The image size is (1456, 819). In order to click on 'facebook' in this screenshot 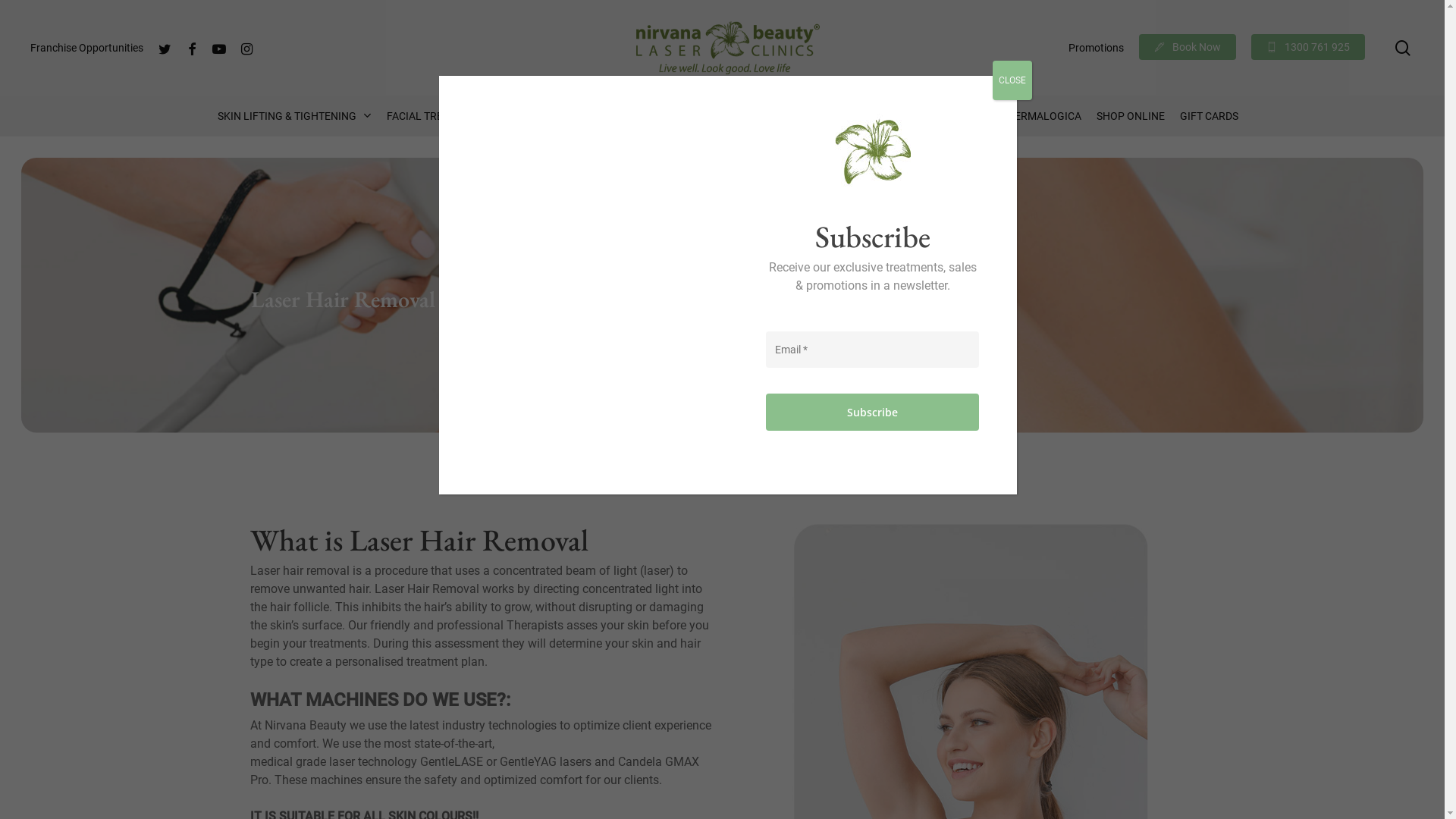, I will do `click(191, 46)`.